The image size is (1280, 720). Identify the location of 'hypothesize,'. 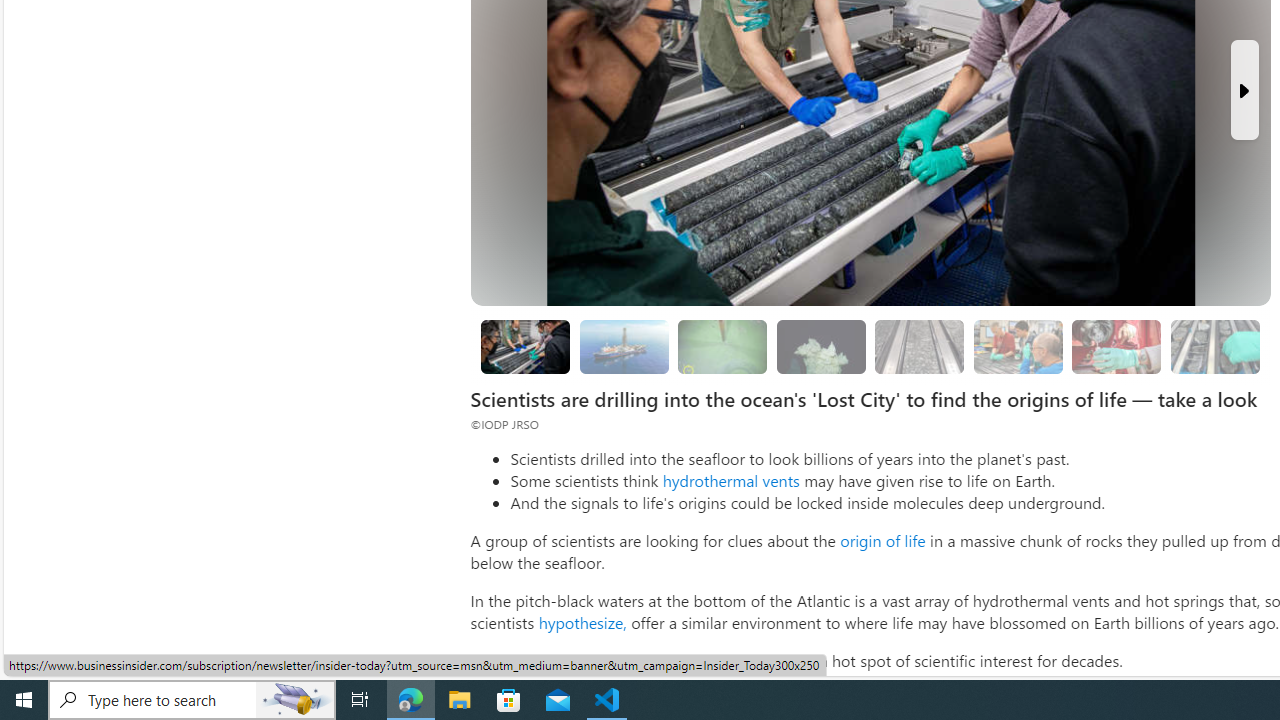
(581, 621).